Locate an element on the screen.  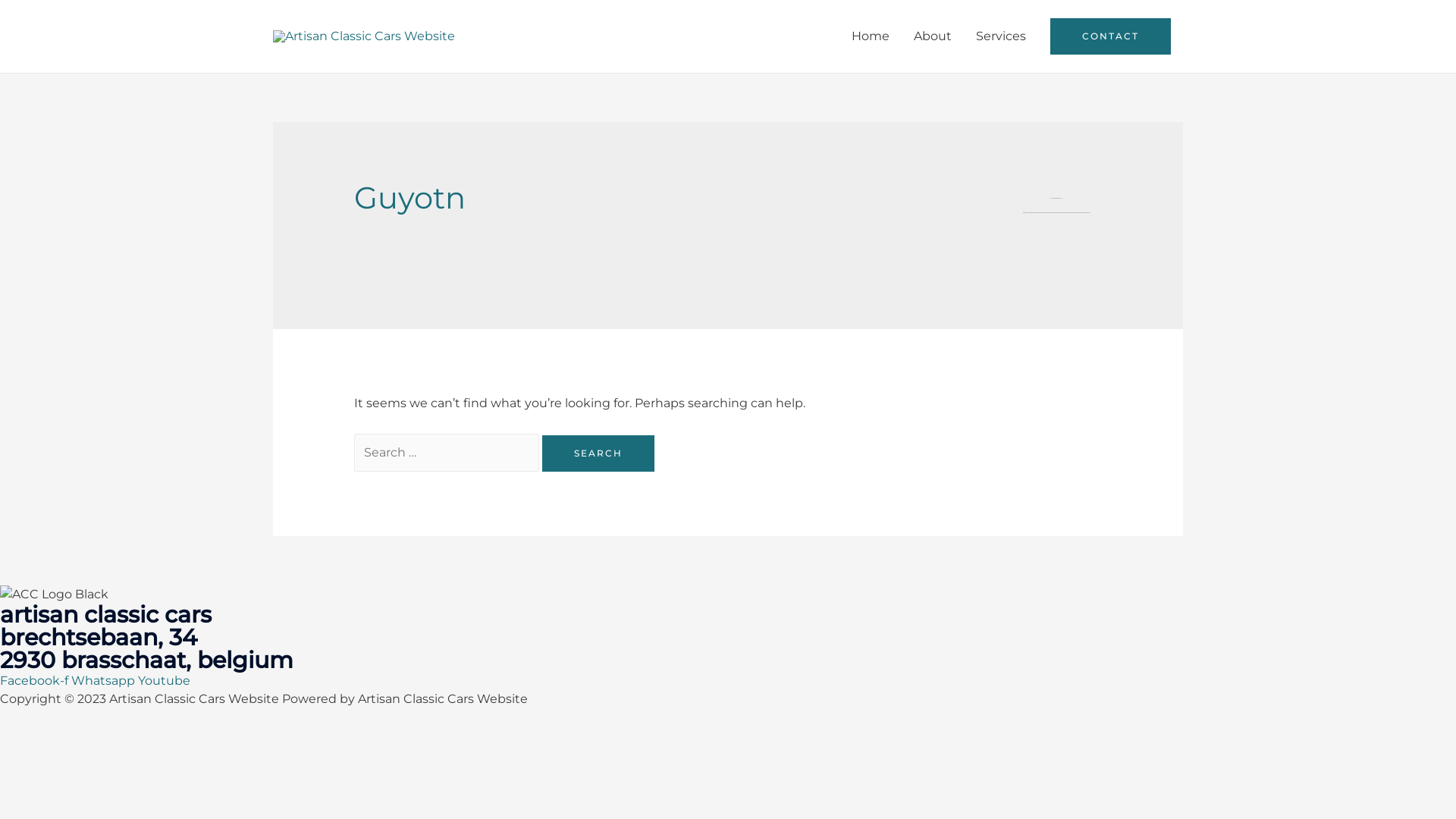
'Youtube' is located at coordinates (164, 679).